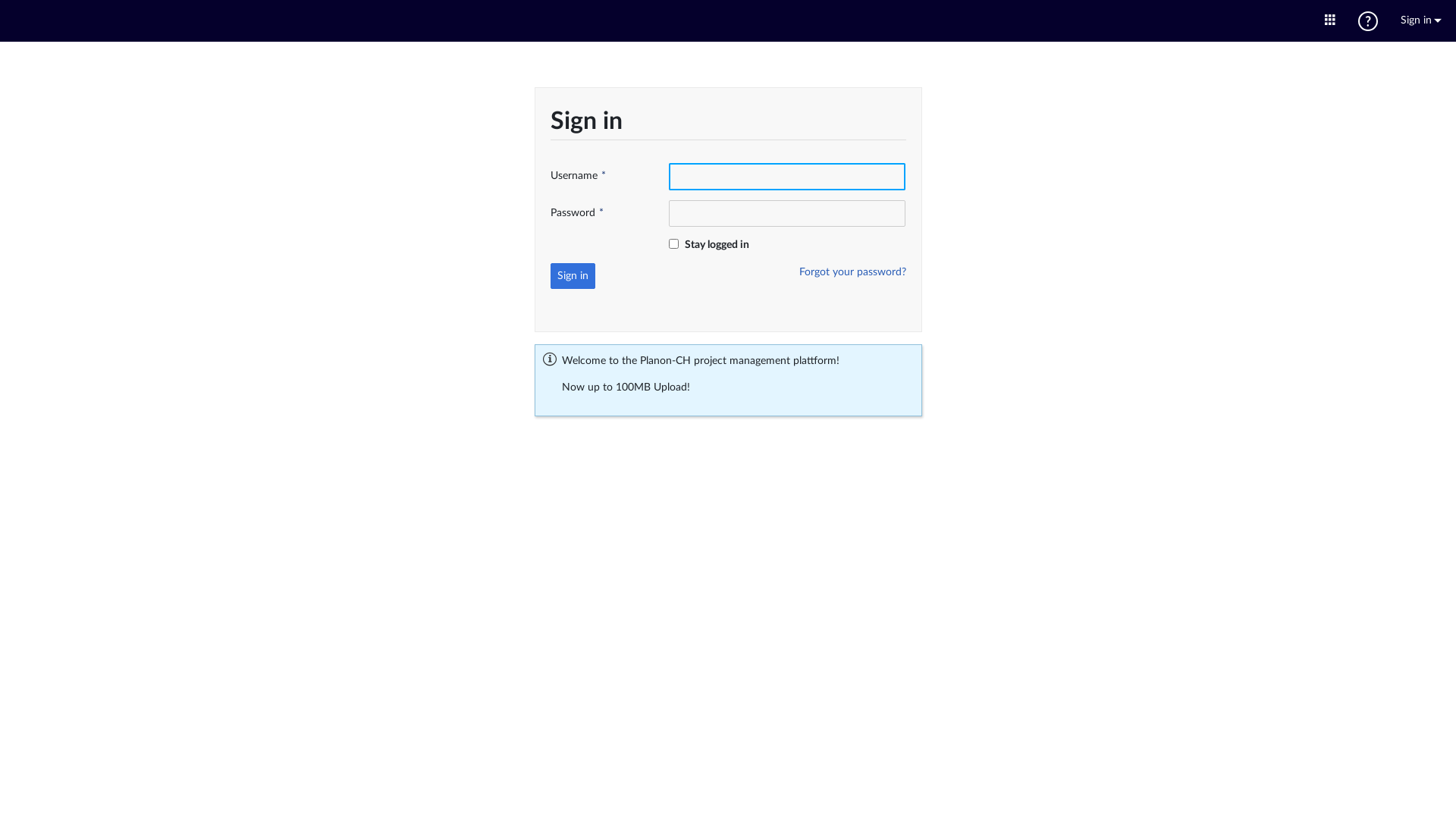  Describe the element at coordinates (799, 271) in the screenshot. I see `'Forgot your password?'` at that location.